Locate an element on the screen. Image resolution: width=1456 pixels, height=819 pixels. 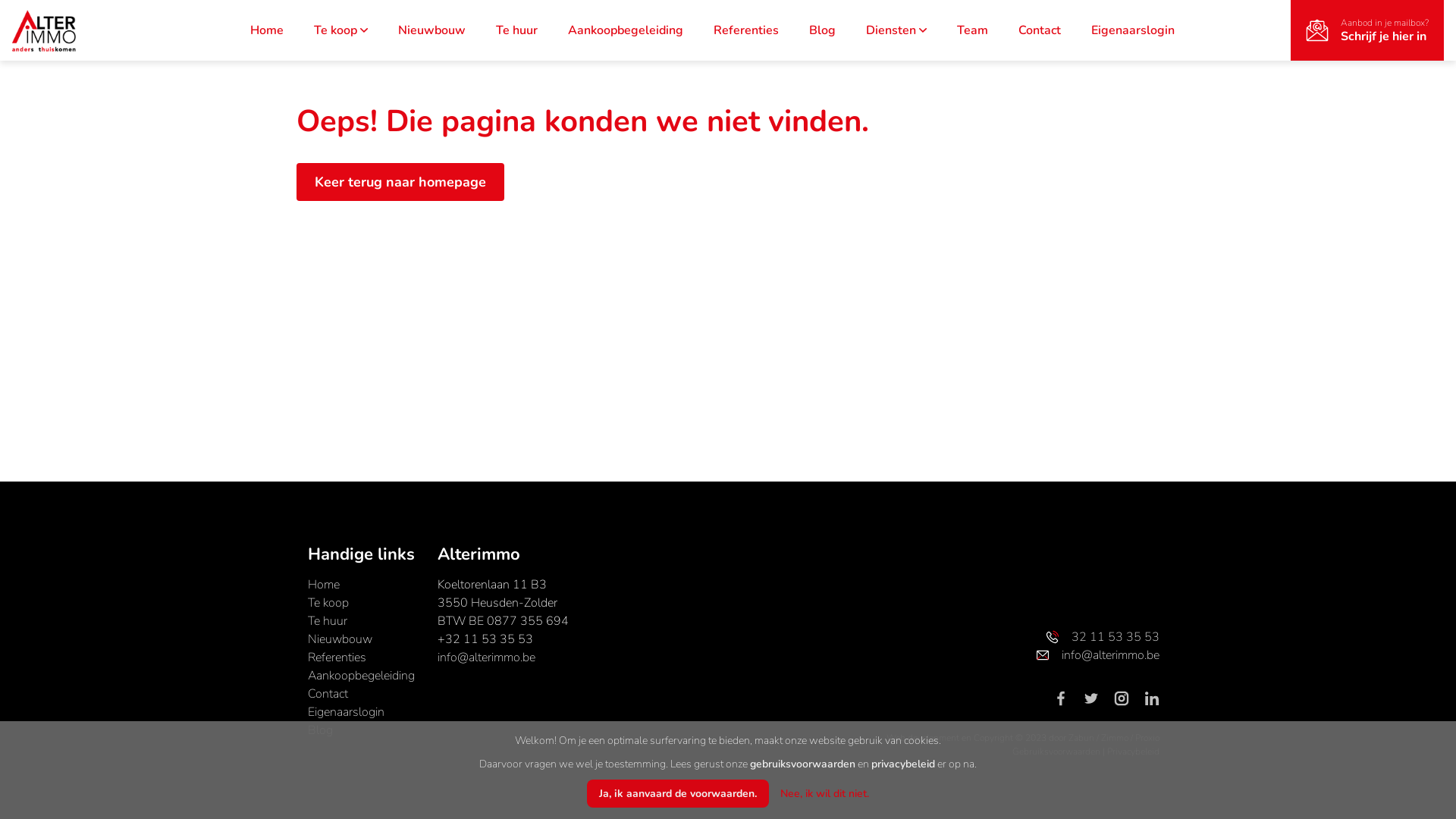
'info@alterimmo.be' is located at coordinates (486, 657).